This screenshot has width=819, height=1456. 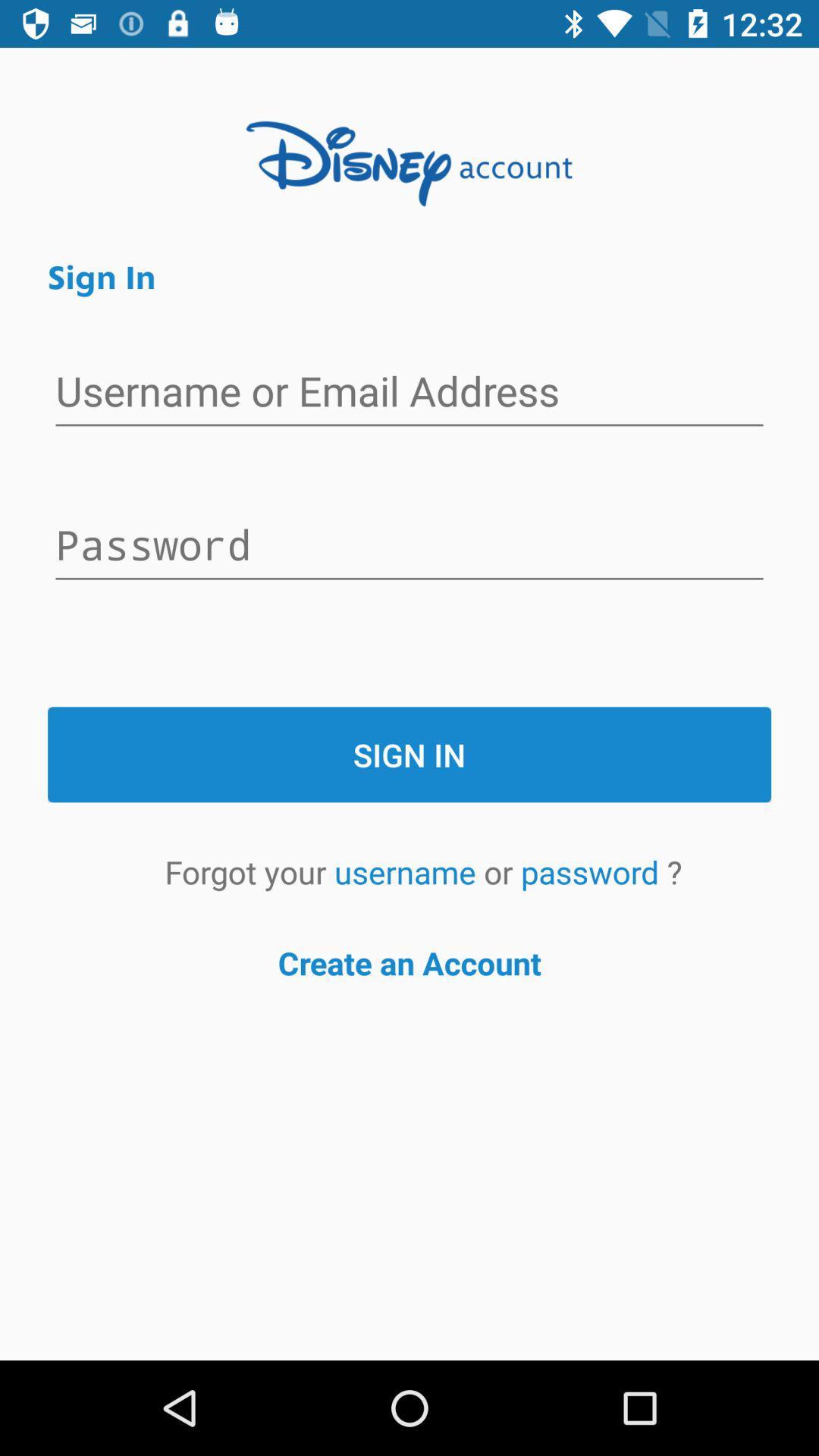 What do you see at coordinates (408, 871) in the screenshot?
I see `the item next to the or item` at bounding box center [408, 871].